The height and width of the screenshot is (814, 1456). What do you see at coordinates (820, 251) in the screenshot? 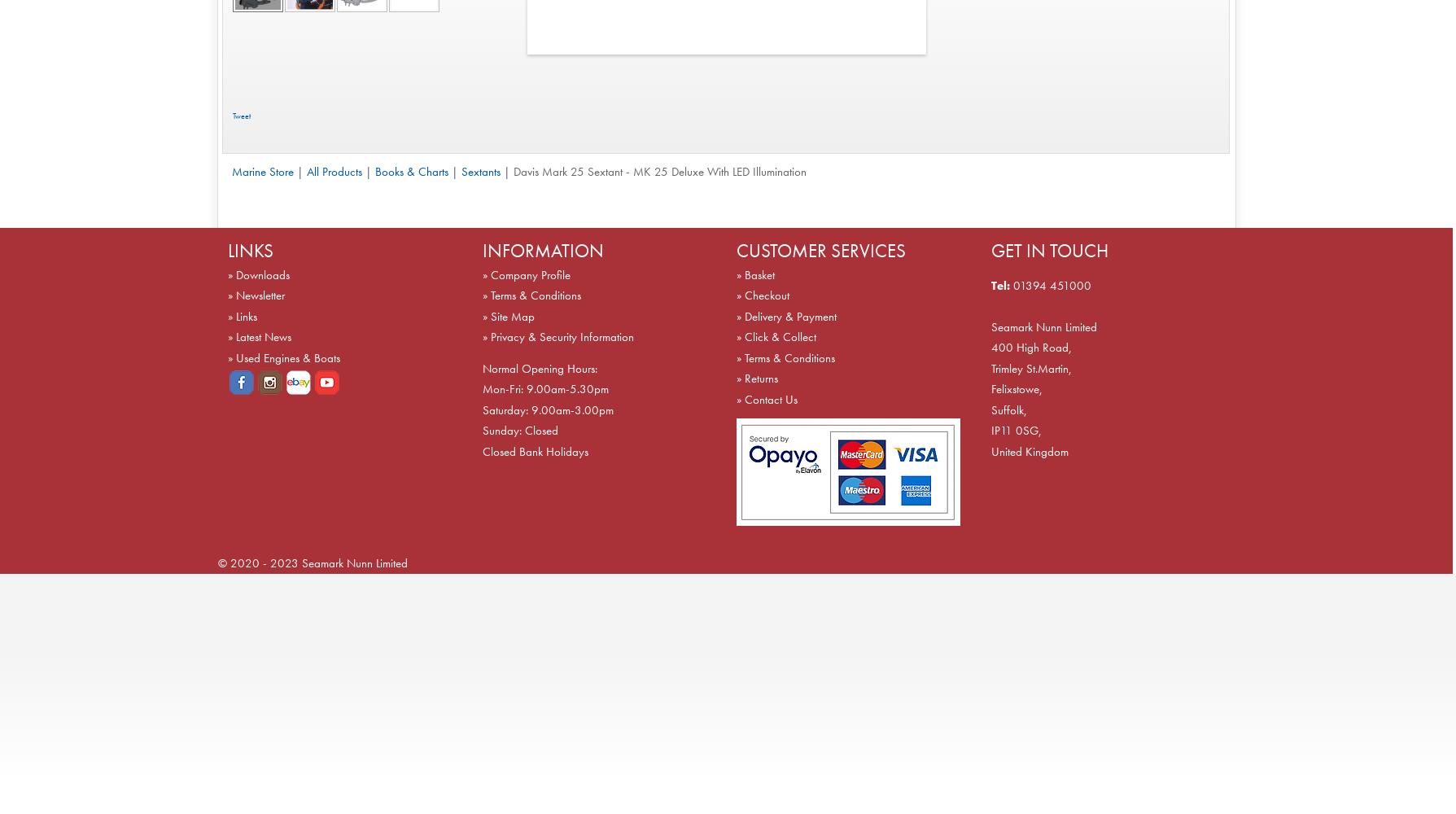
I see `'CUSTOMER SERVICES'` at bounding box center [820, 251].